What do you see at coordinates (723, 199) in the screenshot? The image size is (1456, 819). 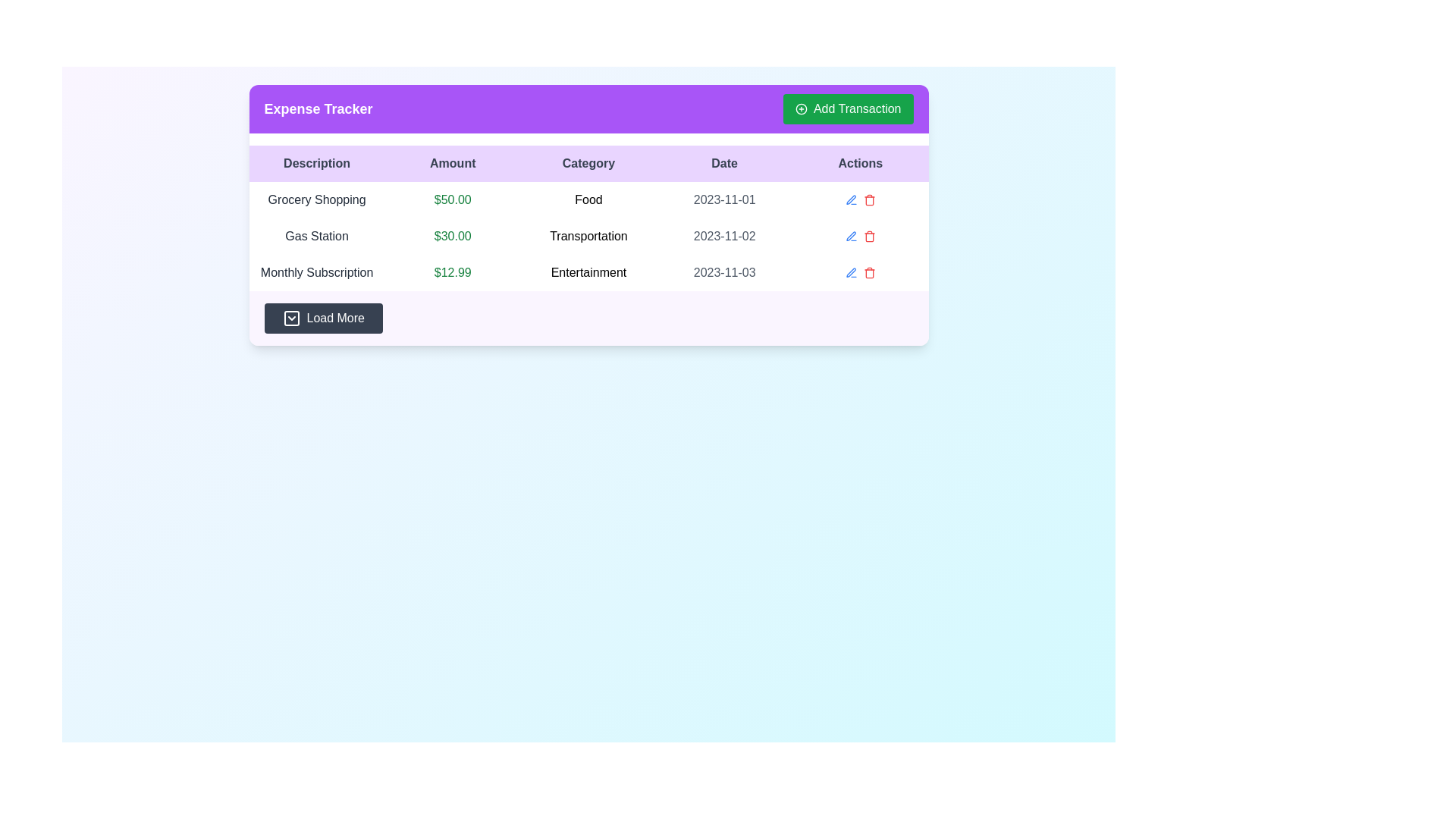 I see `the text label displaying the date information for the 'Grocery Shopping' entry in the table` at bounding box center [723, 199].